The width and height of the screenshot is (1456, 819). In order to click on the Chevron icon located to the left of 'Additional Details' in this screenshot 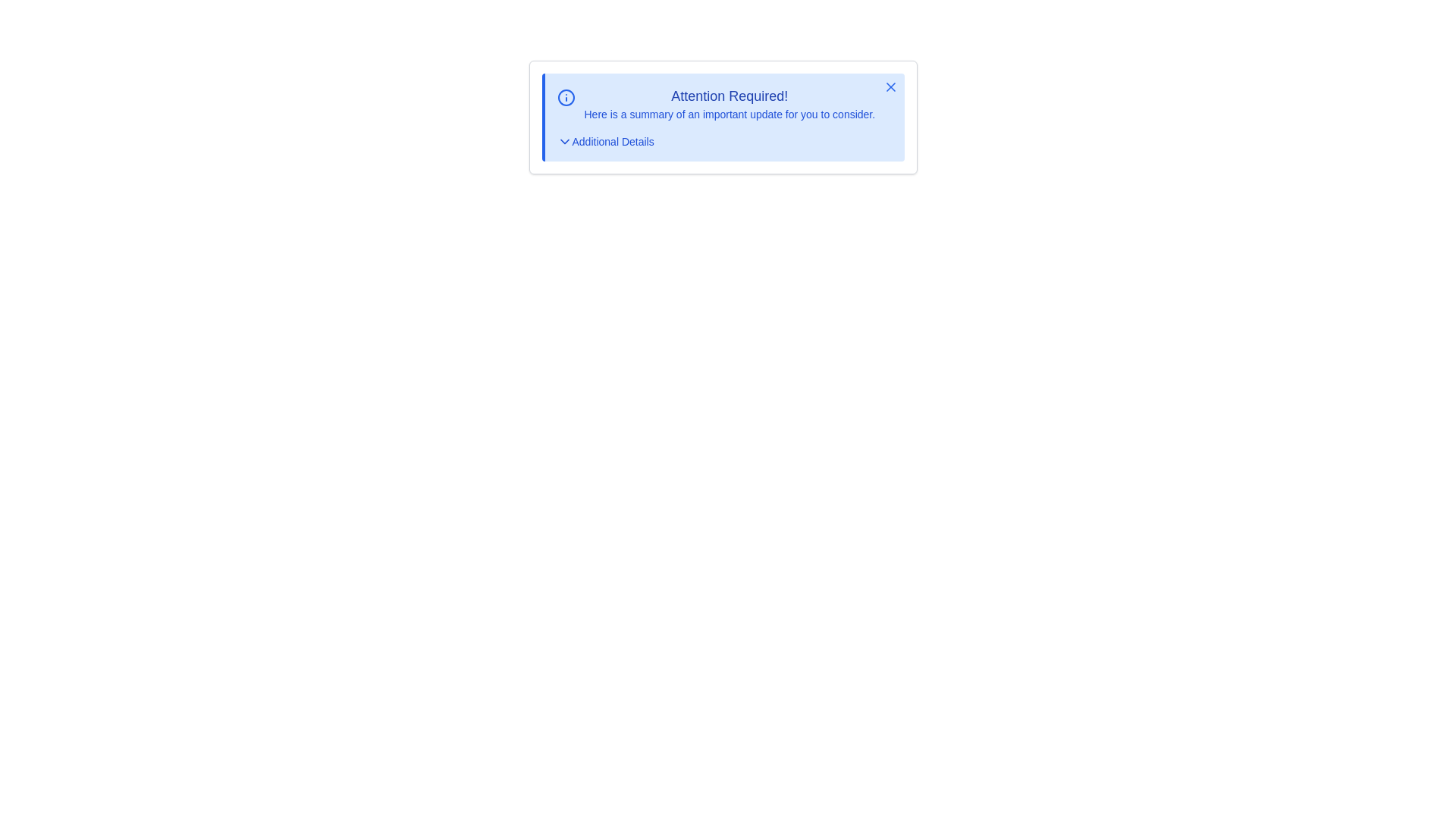, I will do `click(563, 141)`.